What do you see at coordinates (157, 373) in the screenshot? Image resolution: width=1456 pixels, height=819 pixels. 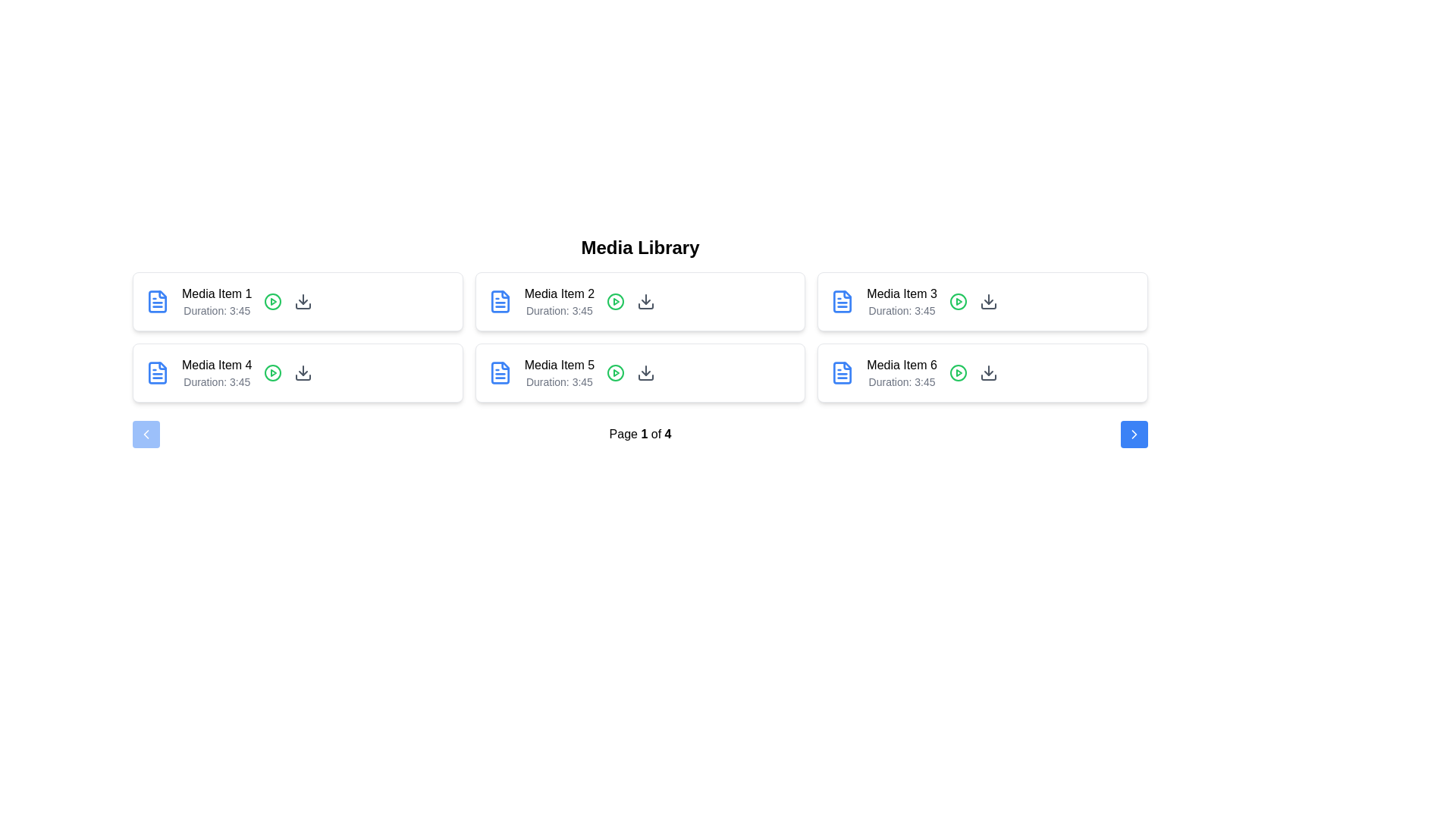 I see `the blue file icon representing 'Media Item 1'` at bounding box center [157, 373].